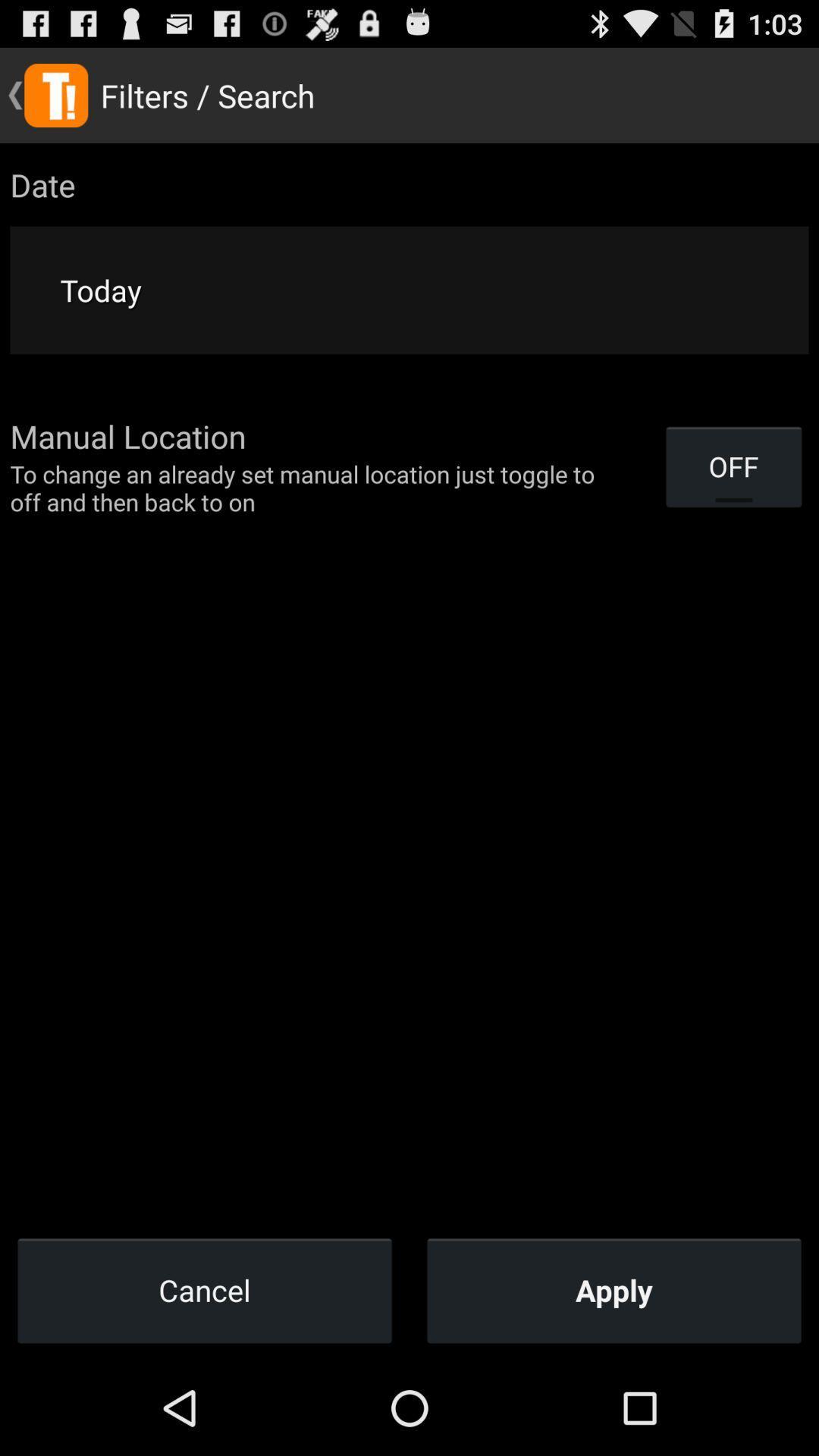 Image resolution: width=819 pixels, height=1456 pixels. Describe the element at coordinates (205, 1289) in the screenshot. I see `cancel item` at that location.